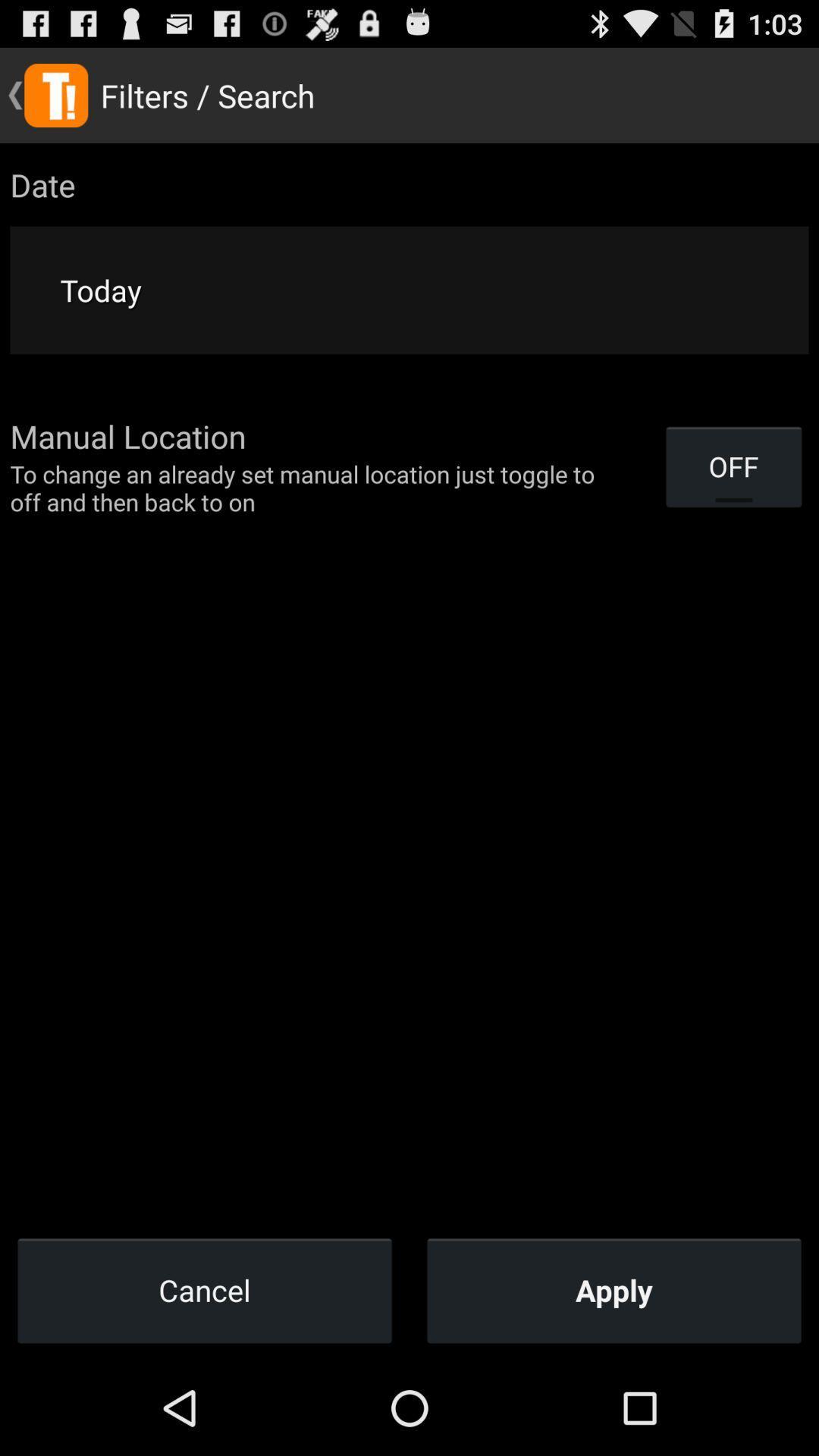 Image resolution: width=819 pixels, height=1456 pixels. Describe the element at coordinates (205, 1289) in the screenshot. I see `cancel item` at that location.